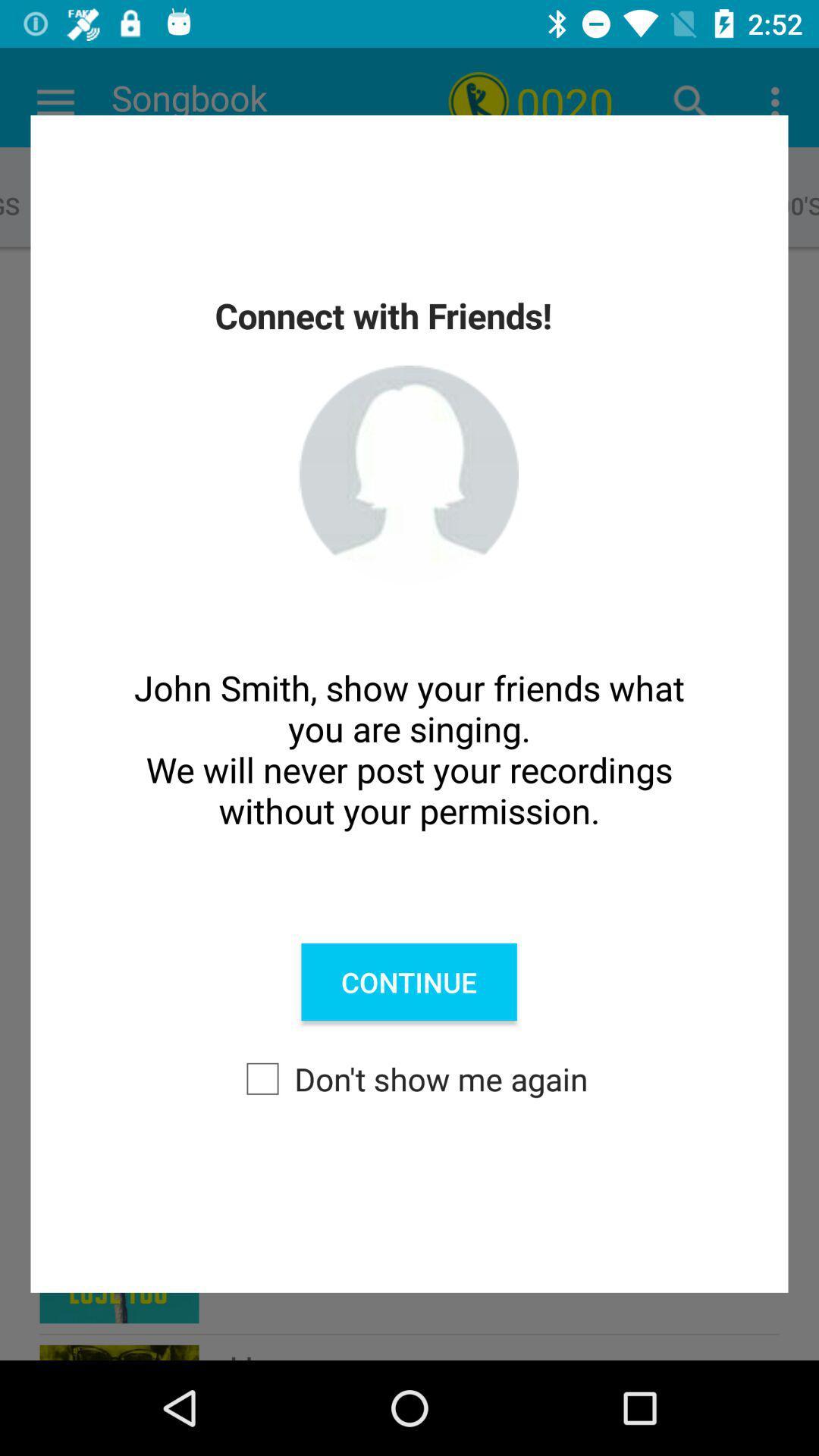 Image resolution: width=819 pixels, height=1456 pixels. What do you see at coordinates (409, 1078) in the screenshot?
I see `the don t show item` at bounding box center [409, 1078].